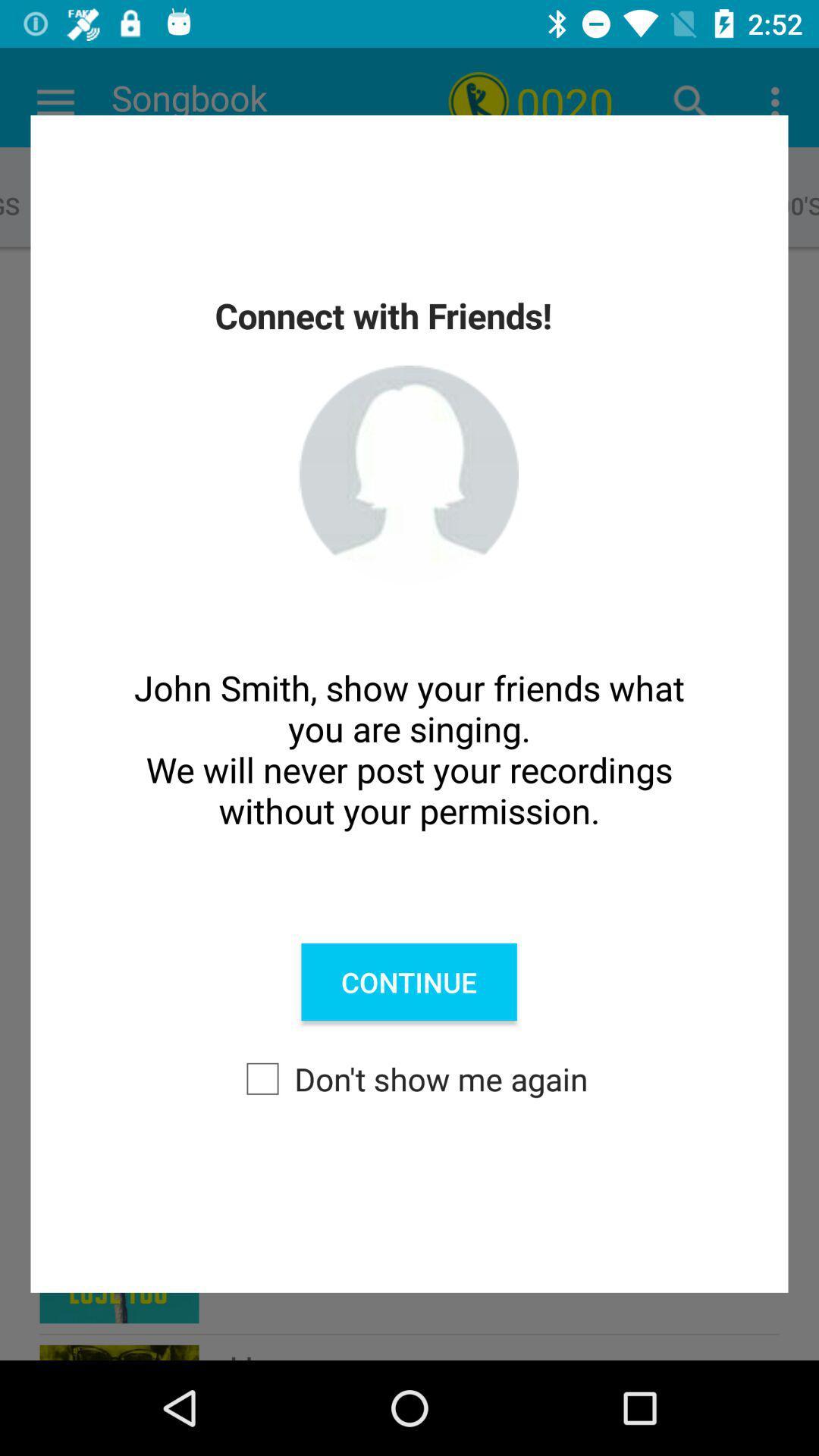 Image resolution: width=819 pixels, height=1456 pixels. What do you see at coordinates (409, 1078) in the screenshot?
I see `the don t show item` at bounding box center [409, 1078].